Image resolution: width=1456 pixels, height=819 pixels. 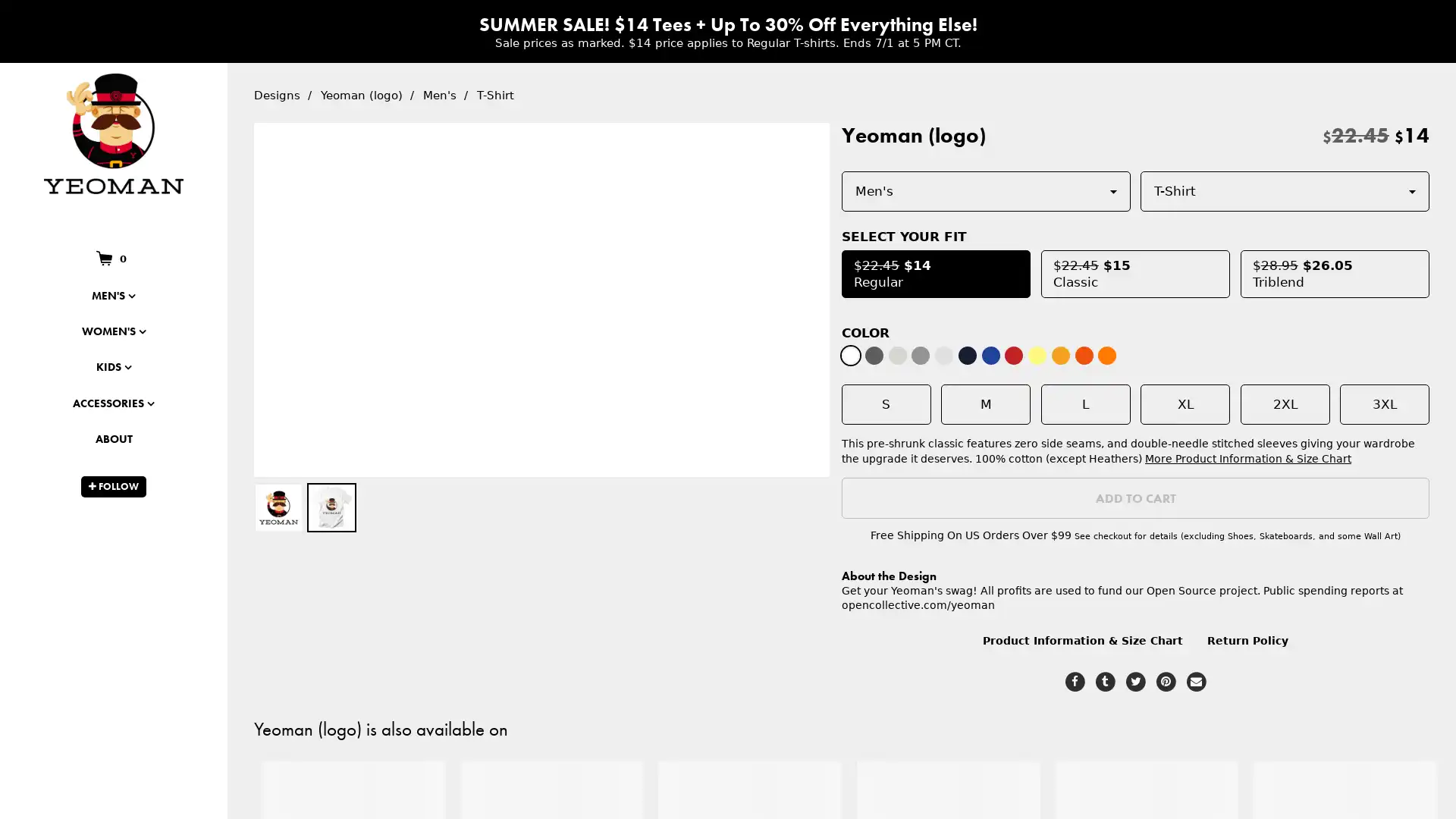 What do you see at coordinates (1138, 497) in the screenshot?
I see `ADD TO CART` at bounding box center [1138, 497].